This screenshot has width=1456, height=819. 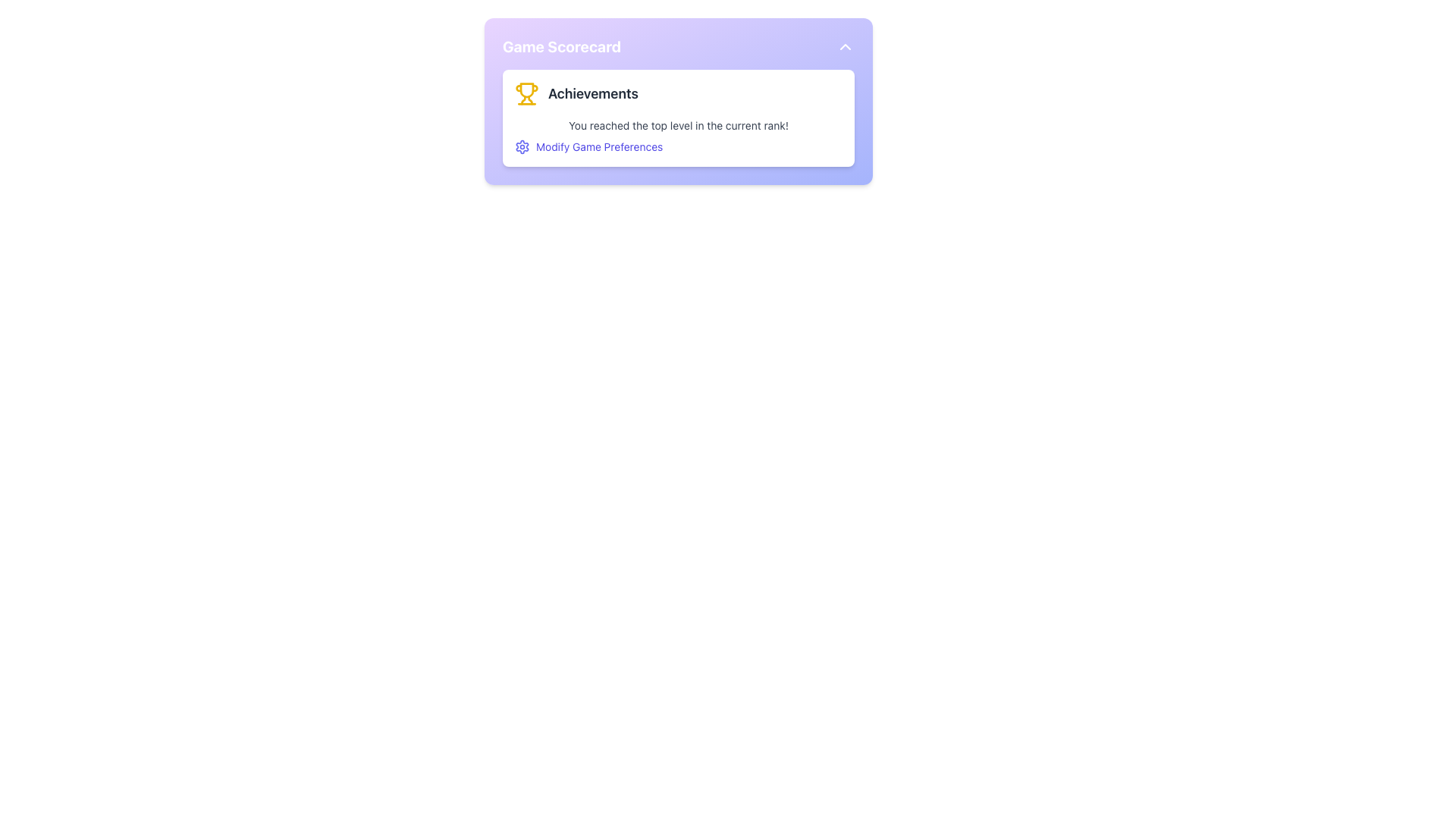 What do you see at coordinates (527, 93) in the screenshot?
I see `the trophy icon located in the 'Achievements' section, positioned to the left of the 'Achievements' text` at bounding box center [527, 93].